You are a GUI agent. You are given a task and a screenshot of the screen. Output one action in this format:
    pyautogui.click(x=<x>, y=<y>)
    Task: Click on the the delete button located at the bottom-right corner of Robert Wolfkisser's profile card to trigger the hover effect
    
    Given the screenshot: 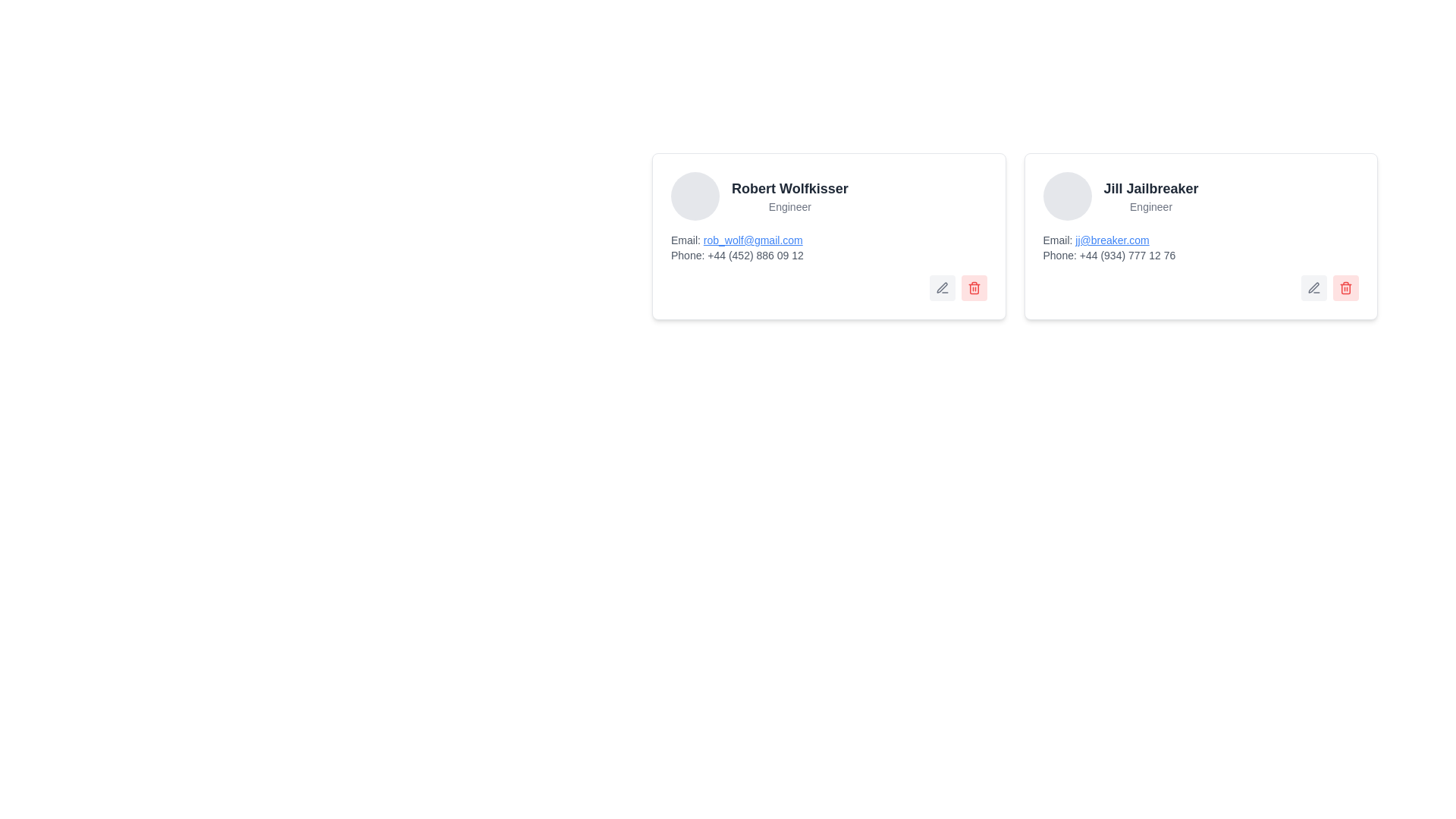 What is the action you would take?
    pyautogui.click(x=974, y=288)
    